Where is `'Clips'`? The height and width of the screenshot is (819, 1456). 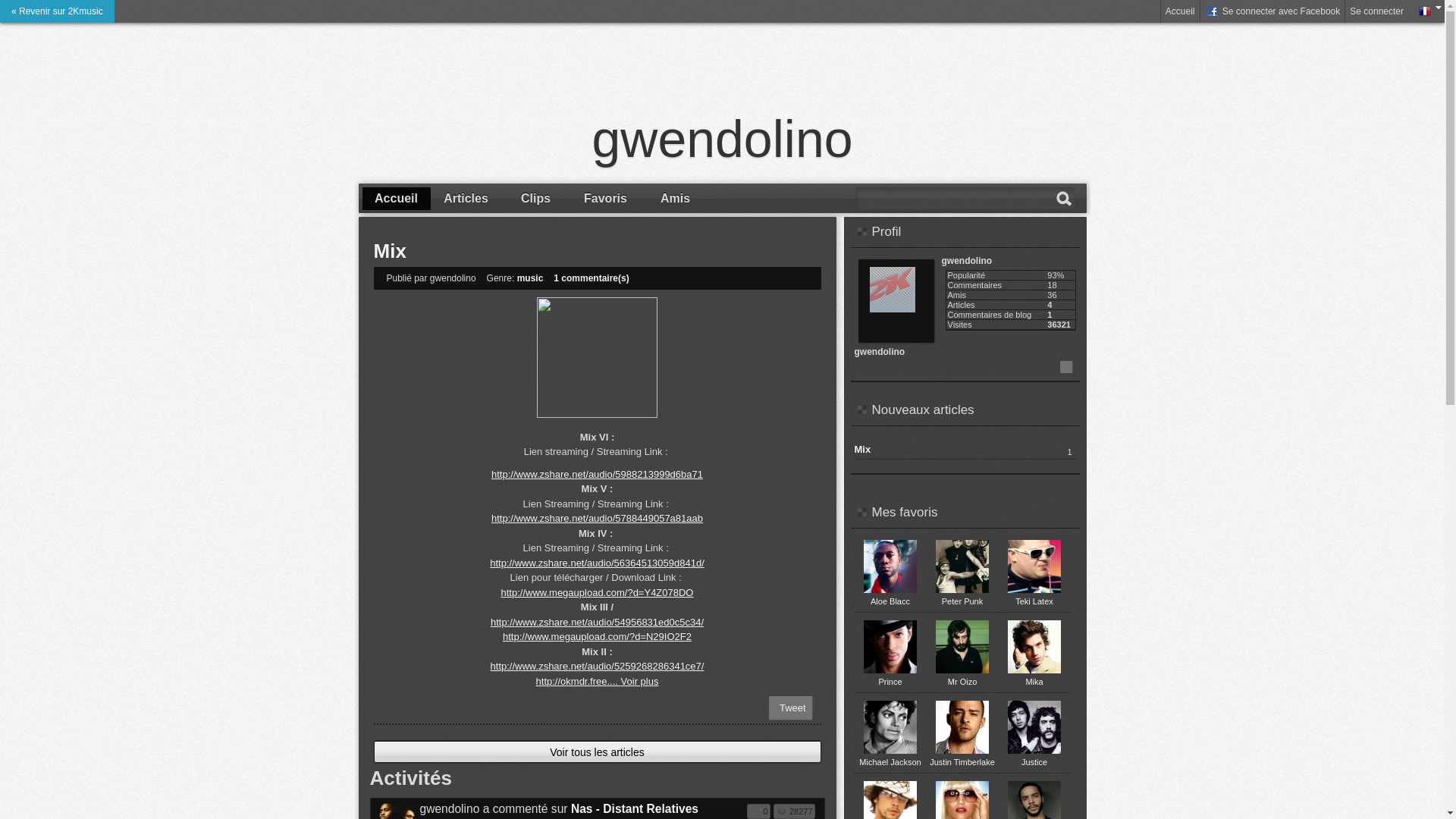
'Clips' is located at coordinates (535, 198).